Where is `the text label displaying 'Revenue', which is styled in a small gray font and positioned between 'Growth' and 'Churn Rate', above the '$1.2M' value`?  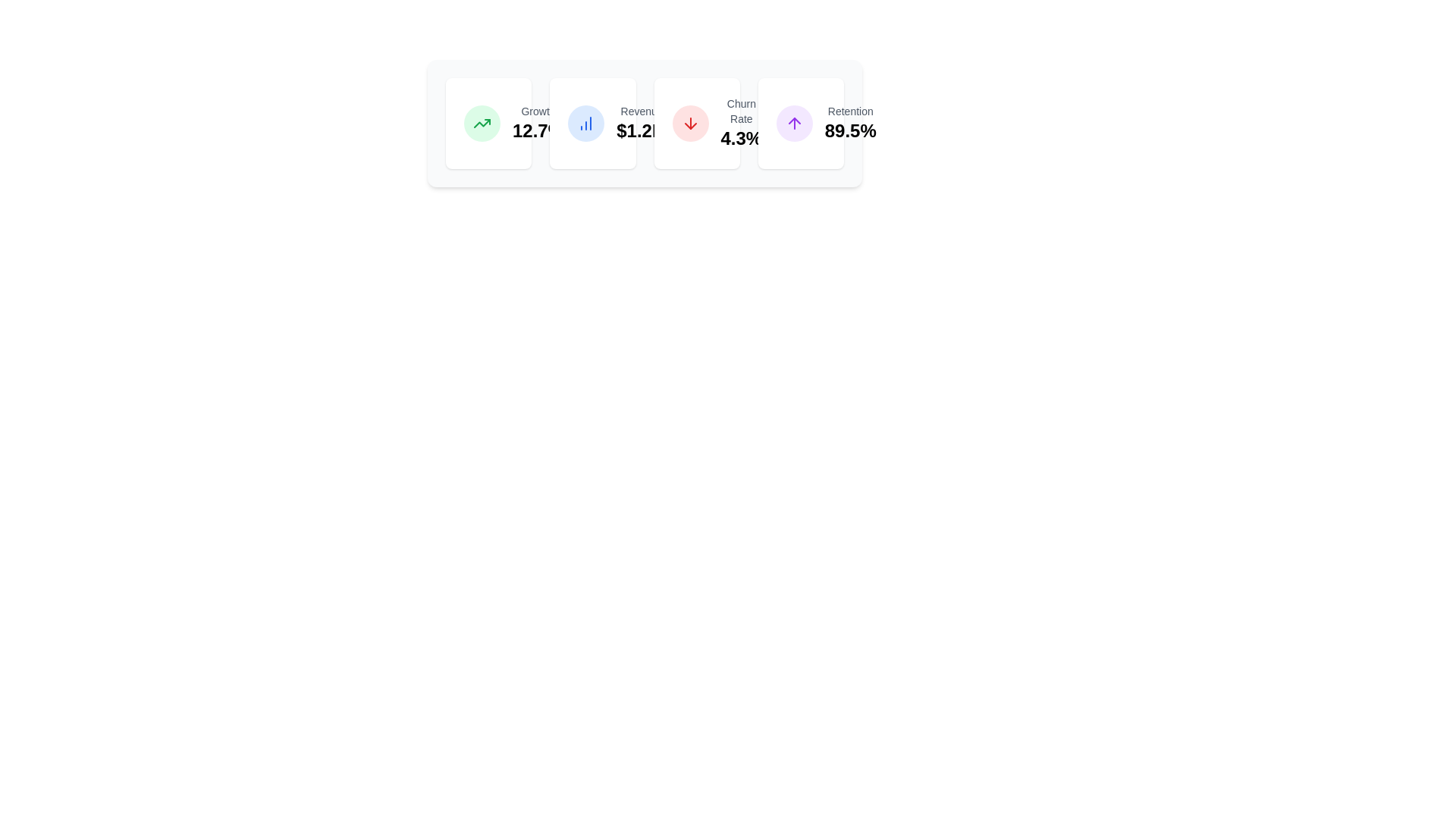 the text label displaying 'Revenue', which is styled in a small gray font and positioned between 'Growth' and 'Churn Rate', above the '$1.2M' value is located at coordinates (642, 110).